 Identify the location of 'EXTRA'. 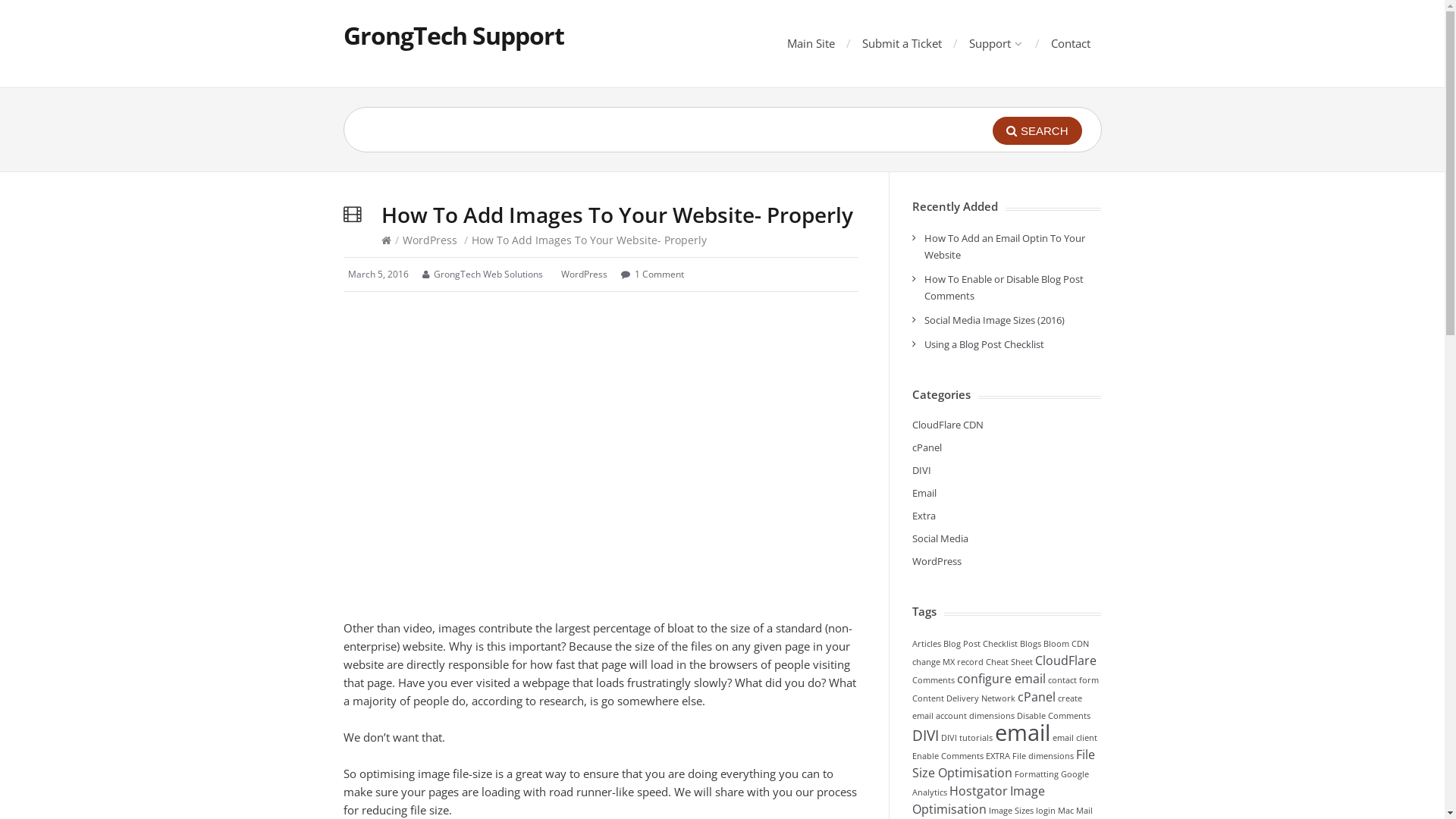
(997, 755).